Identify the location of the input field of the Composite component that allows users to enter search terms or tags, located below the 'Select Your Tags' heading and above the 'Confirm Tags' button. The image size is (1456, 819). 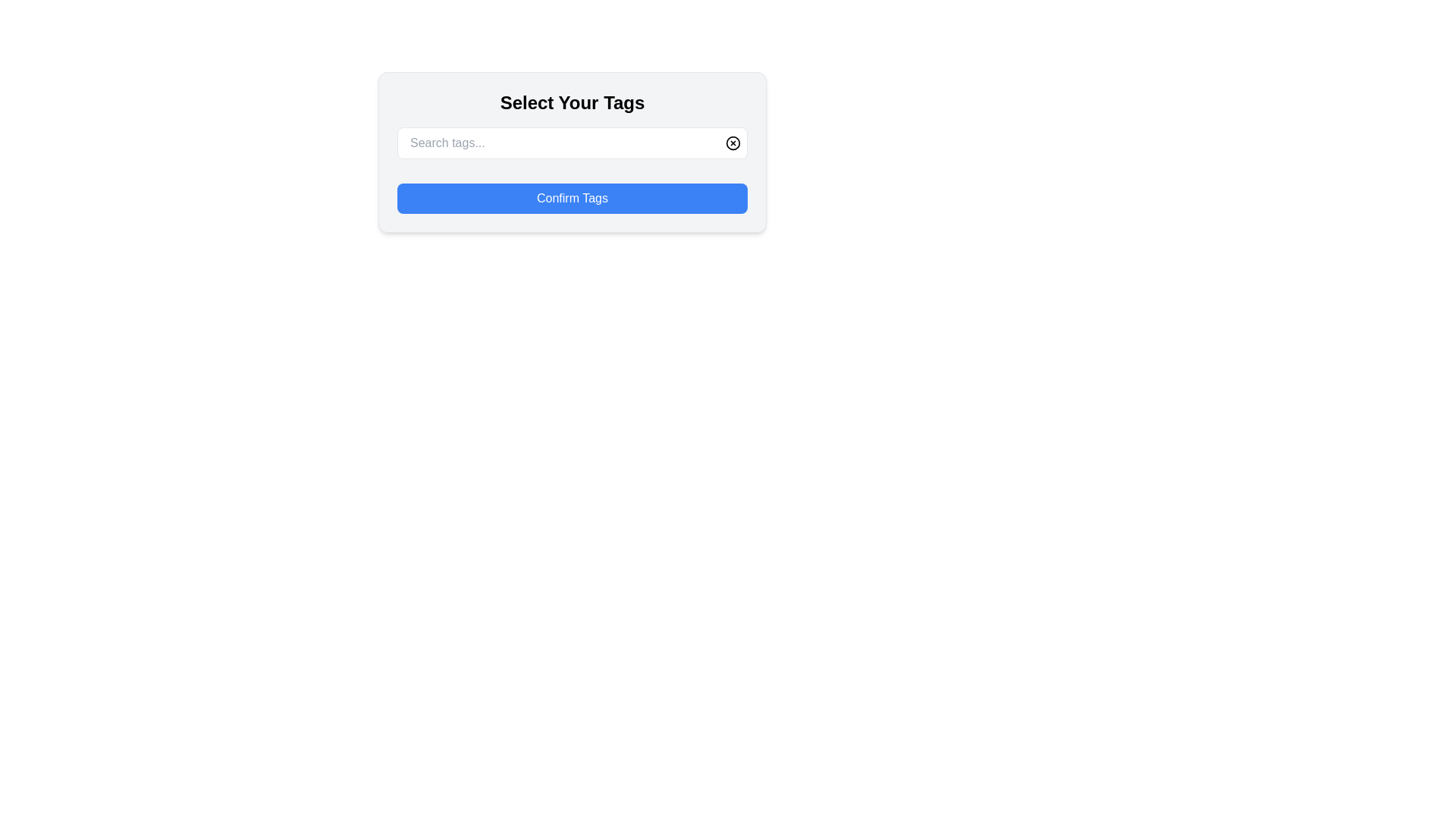
(571, 143).